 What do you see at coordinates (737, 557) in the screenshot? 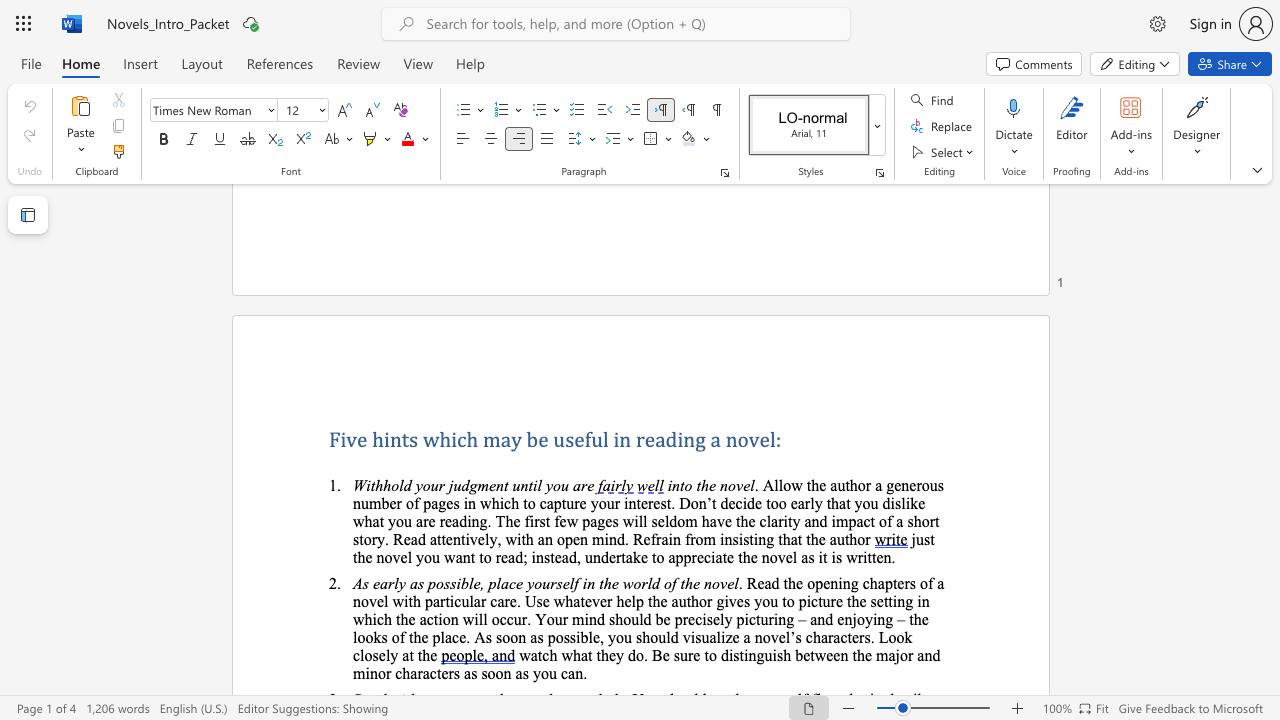
I see `the subset text "the novel as it is writte" within the text "just the novel you want to read; instead, undertake to appreciate the novel as it is written."` at bounding box center [737, 557].